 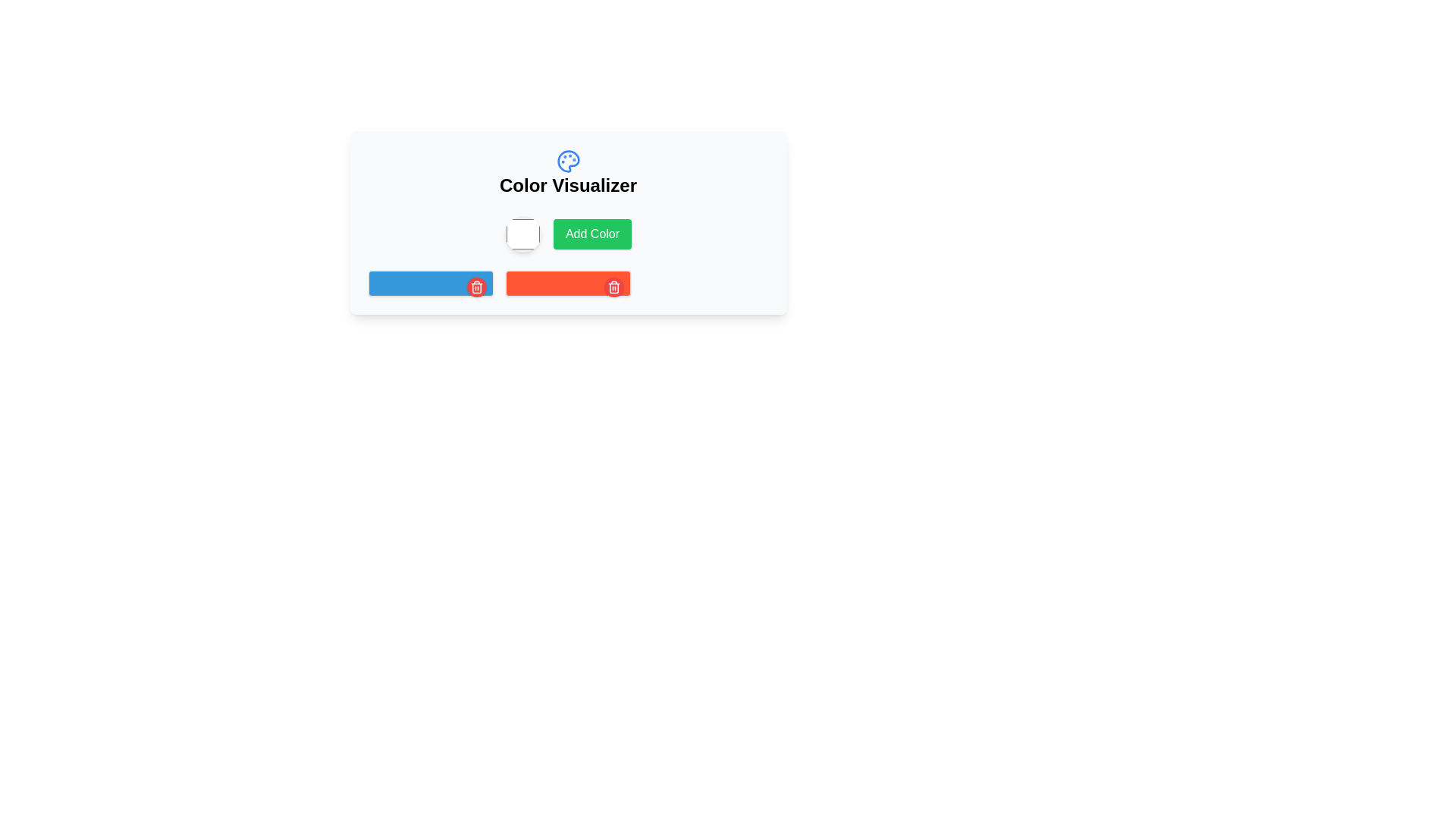 I want to click on the static text label indicating the purpose of the Color Visualizer panel, which is centrally aligned and located below a decorative palette icon, so click(x=567, y=185).